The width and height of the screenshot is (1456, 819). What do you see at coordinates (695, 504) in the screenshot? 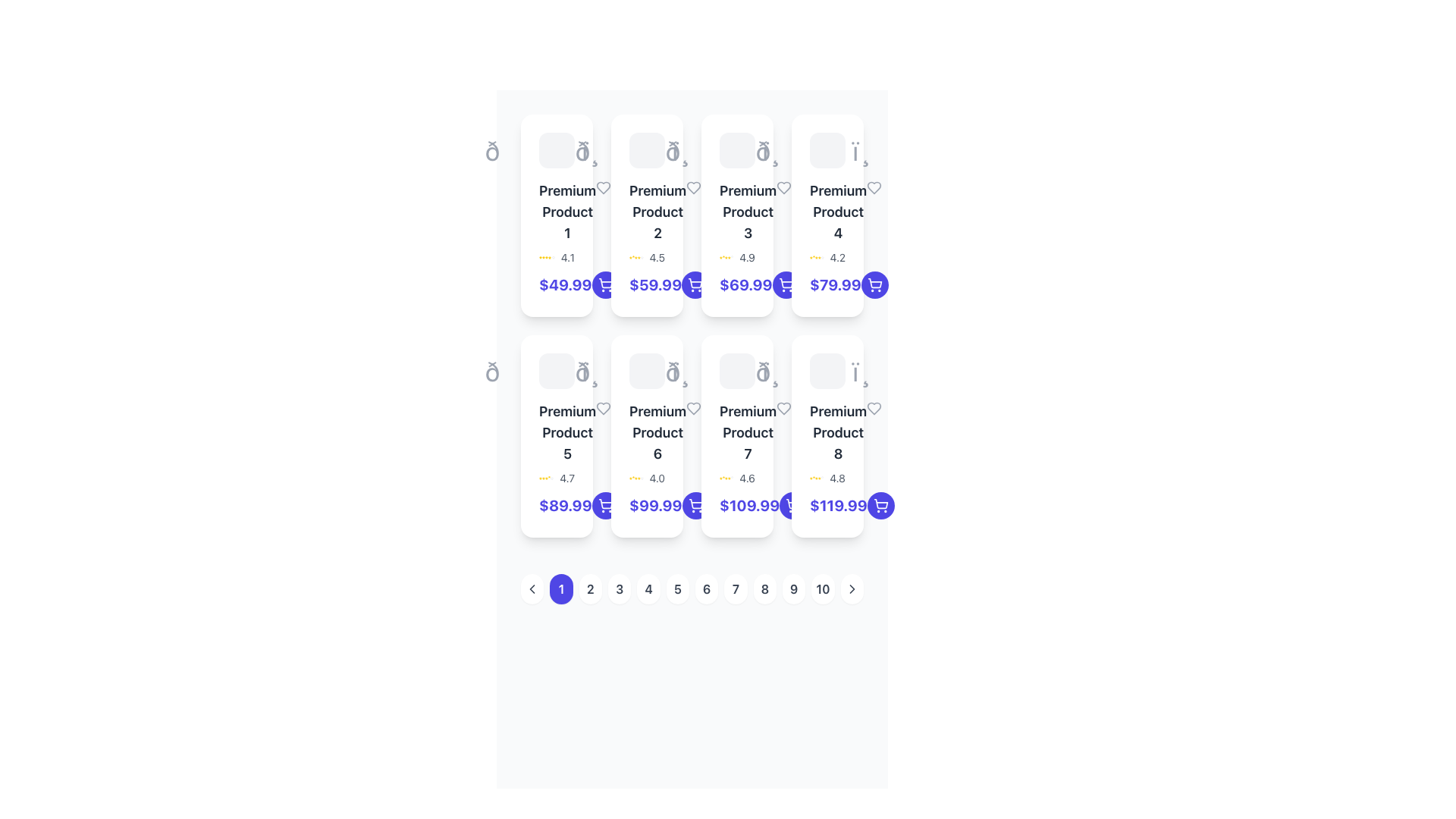
I see `the shopping cart icon located at the bottom right corner of the 'Premium Product 6' card` at bounding box center [695, 504].